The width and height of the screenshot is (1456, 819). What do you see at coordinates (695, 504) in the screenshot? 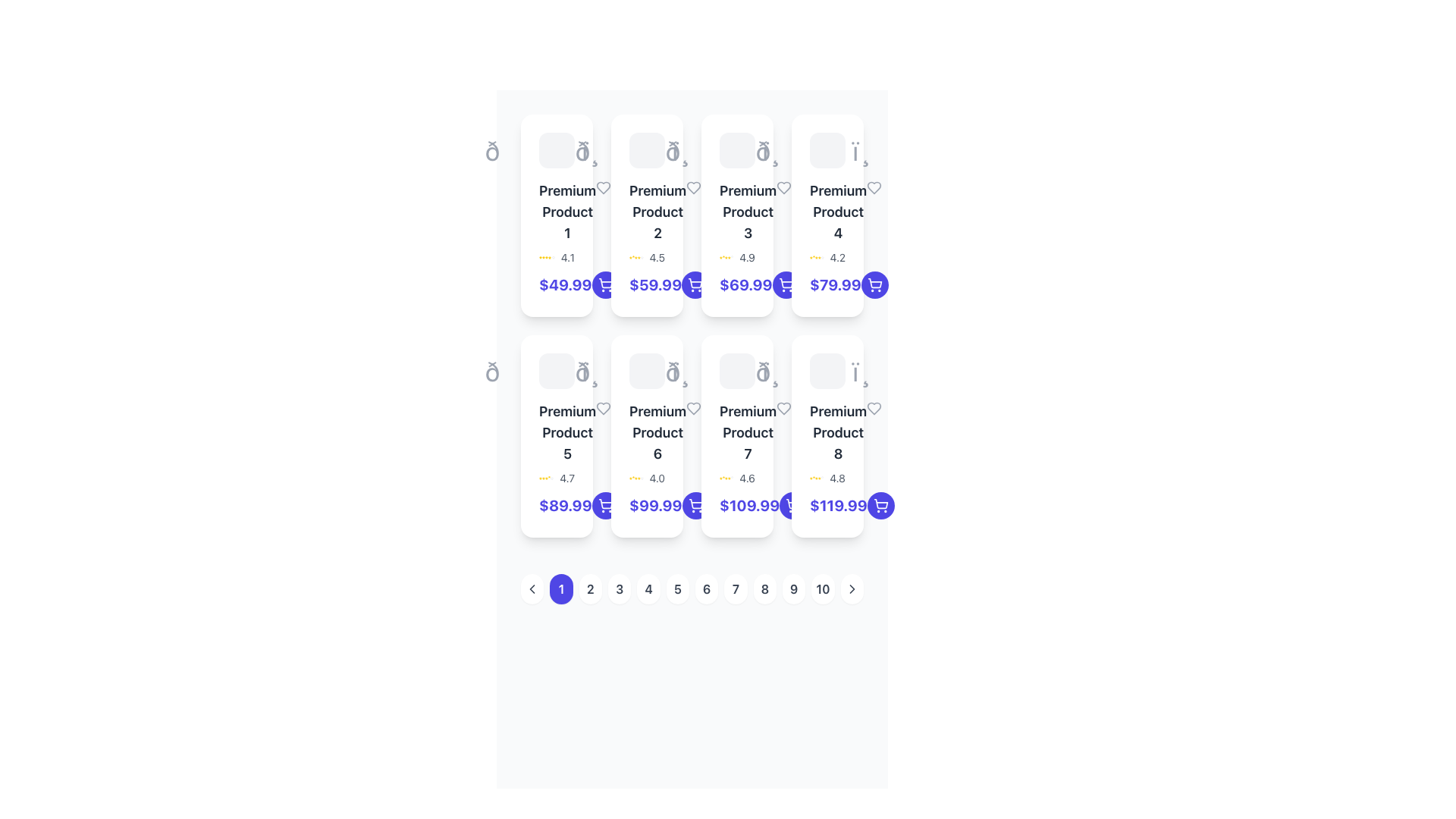
I see `the shopping cart icon located at the bottom right corner of the 'Premium Product 6' card` at bounding box center [695, 504].